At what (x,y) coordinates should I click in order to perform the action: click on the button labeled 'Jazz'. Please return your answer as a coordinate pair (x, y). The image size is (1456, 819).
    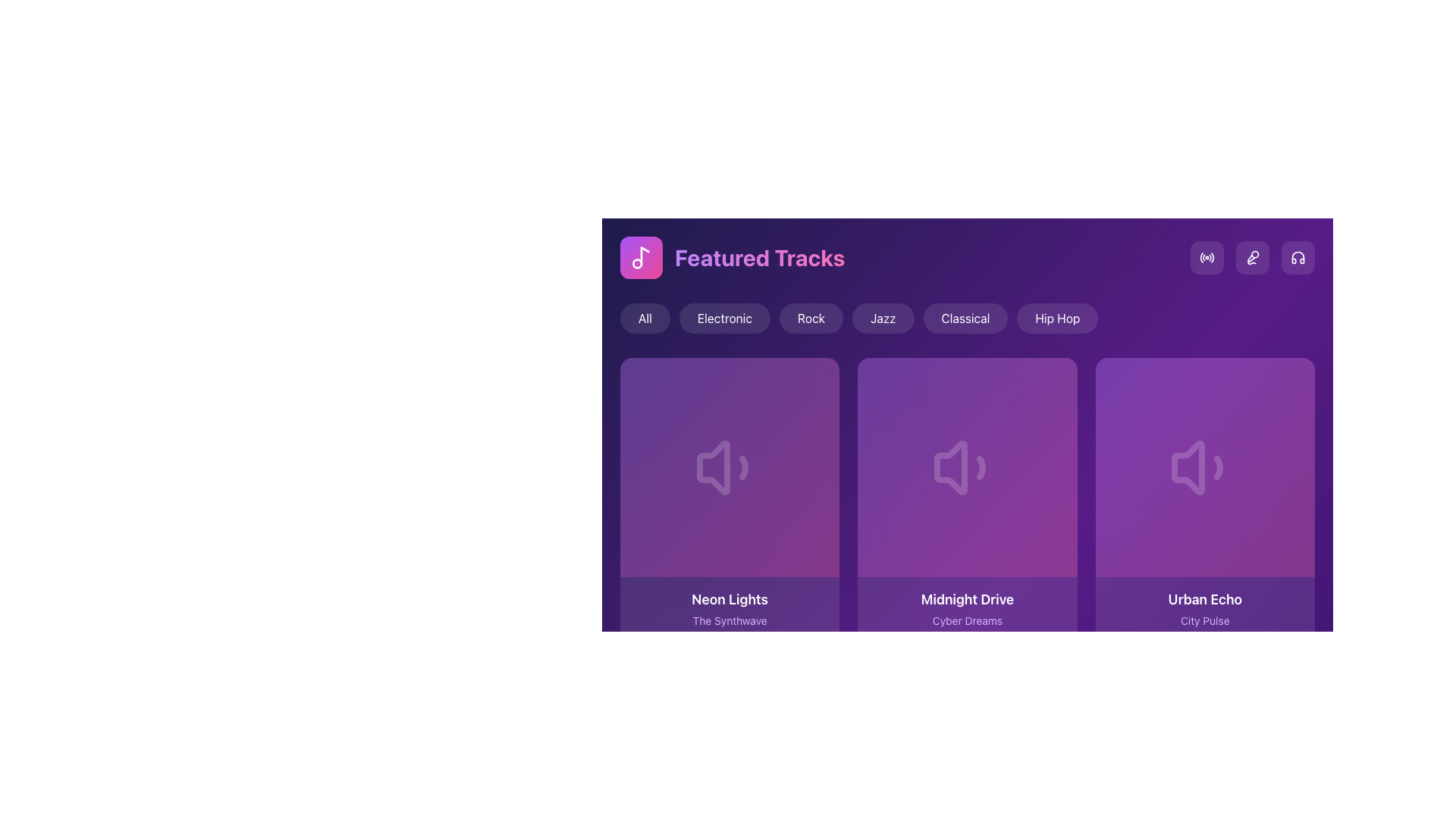
    Looking at the image, I should click on (883, 318).